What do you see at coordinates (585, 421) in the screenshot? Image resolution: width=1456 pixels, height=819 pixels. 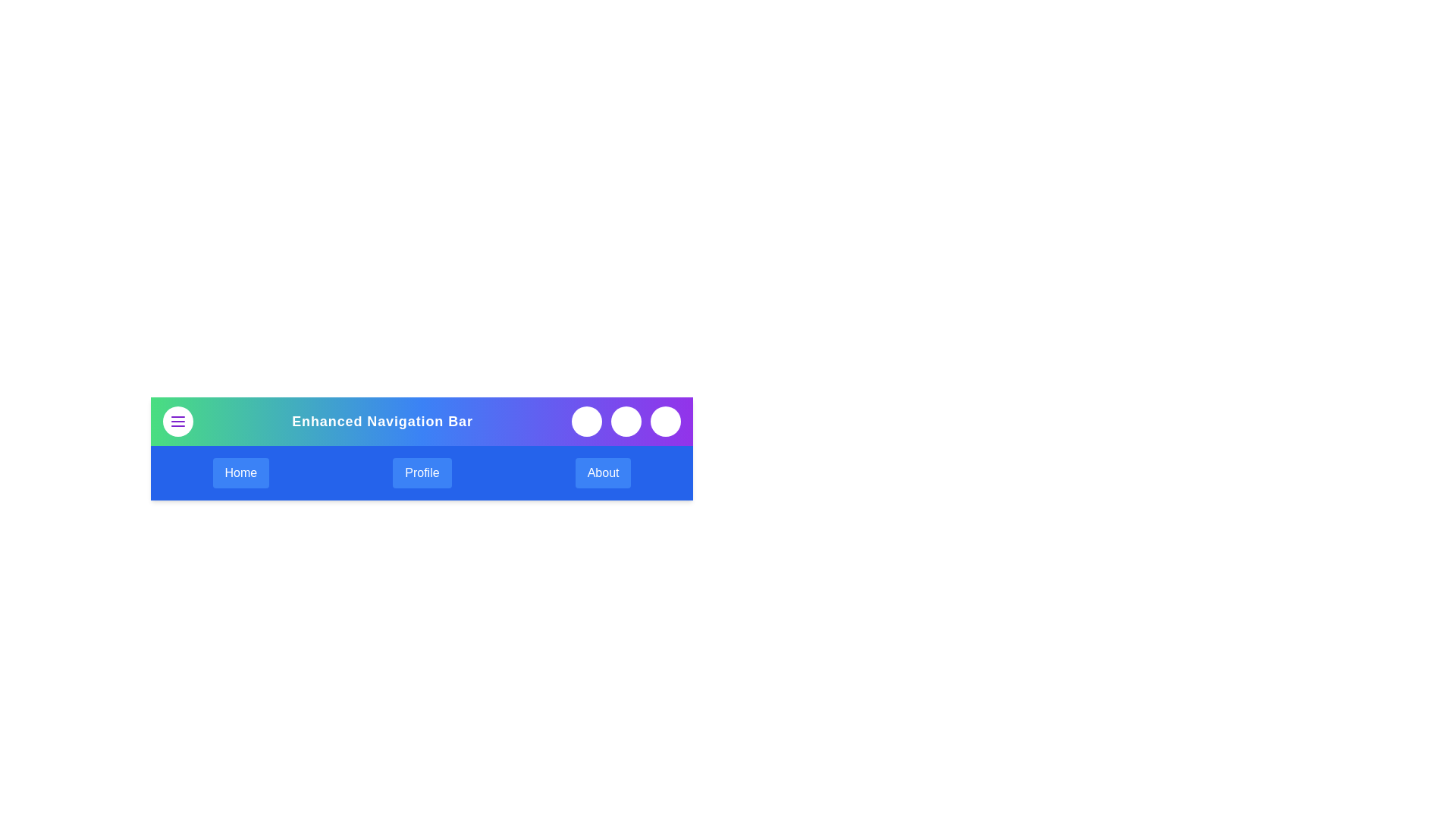 I see `the search button to initiate a search` at bounding box center [585, 421].